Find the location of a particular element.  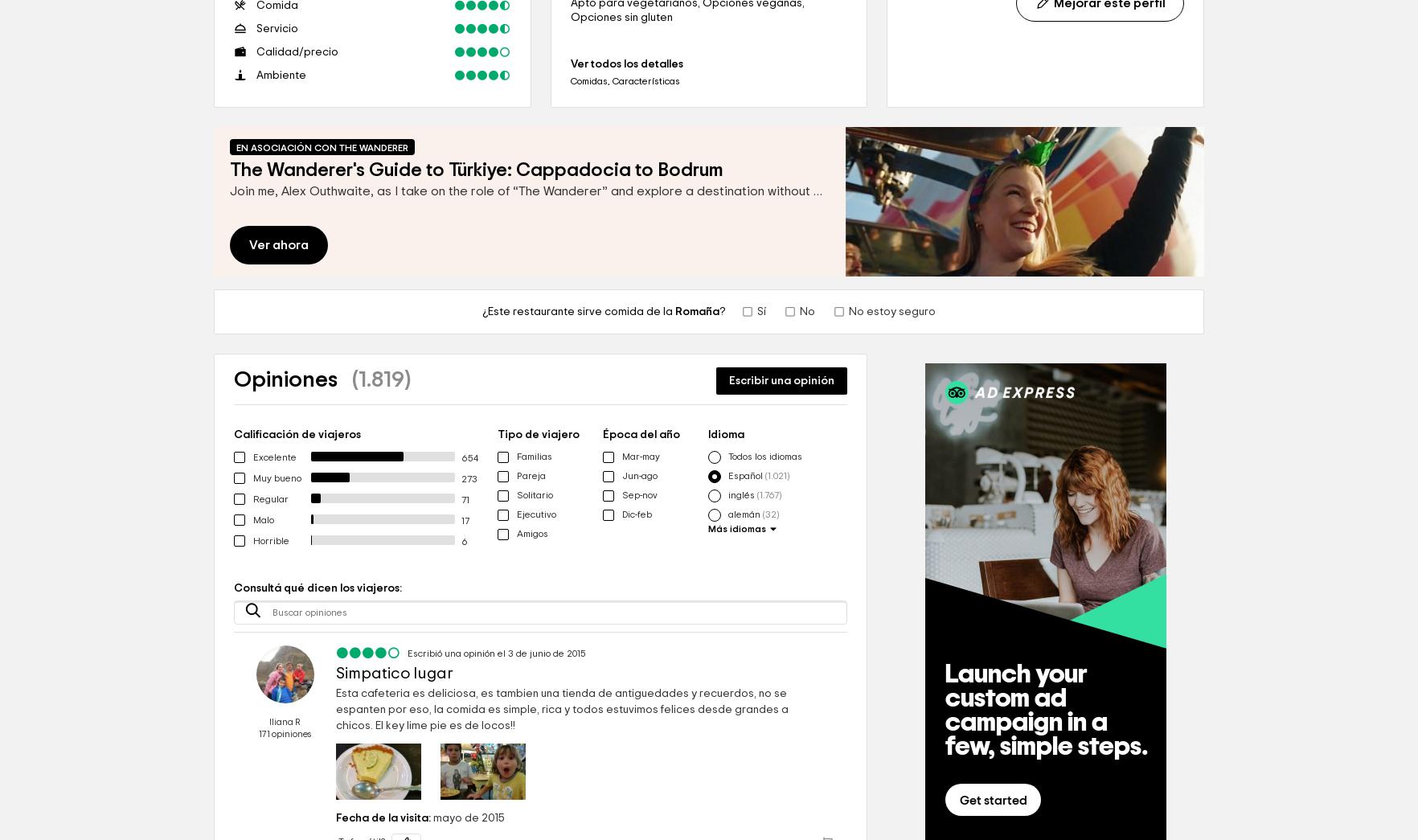

'(1.021)' is located at coordinates (777, 474).